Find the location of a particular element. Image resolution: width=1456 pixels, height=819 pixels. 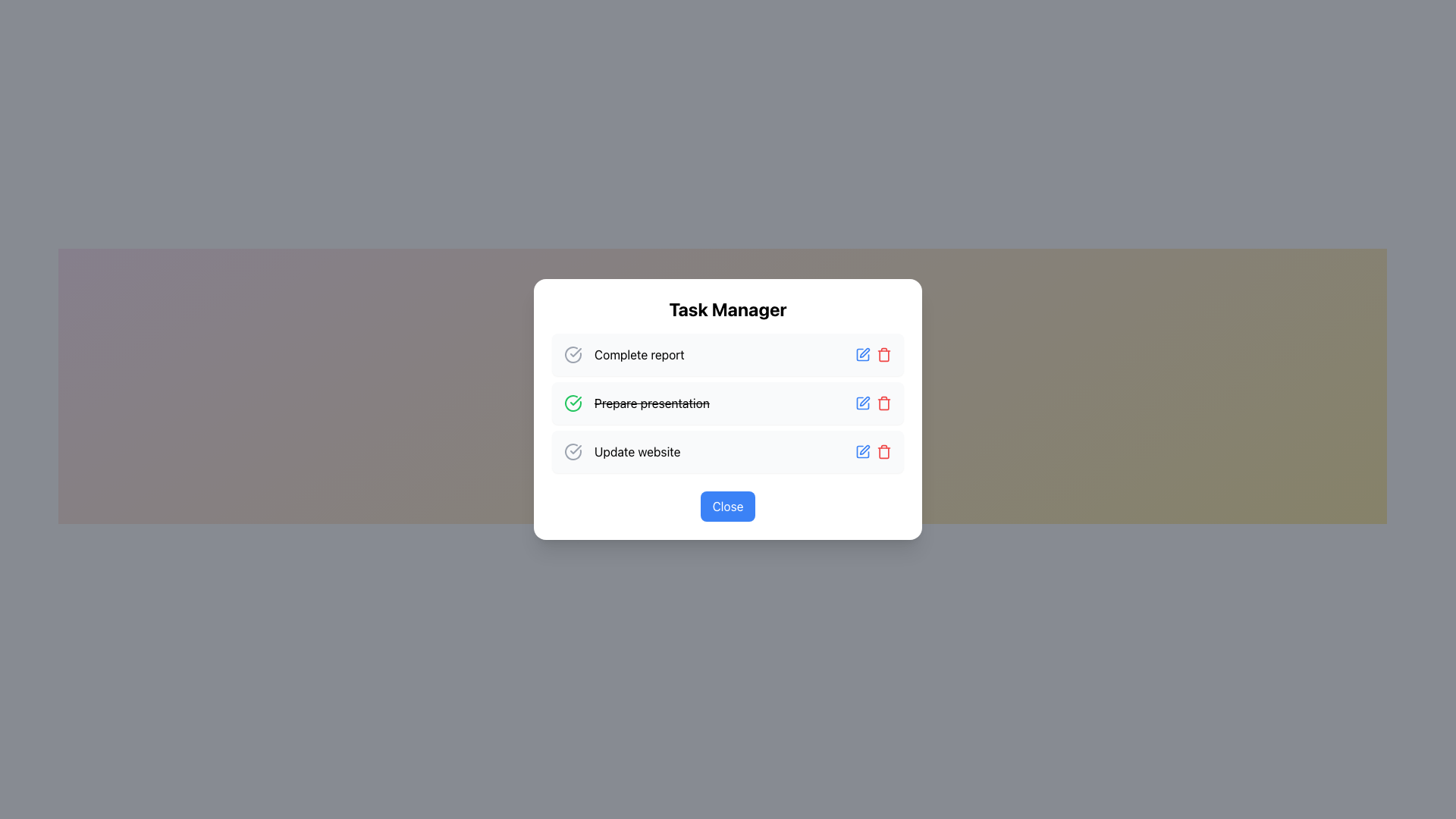

text of the 'Complete report' label, which is the first task item in the task manager's list is located at coordinates (639, 354).